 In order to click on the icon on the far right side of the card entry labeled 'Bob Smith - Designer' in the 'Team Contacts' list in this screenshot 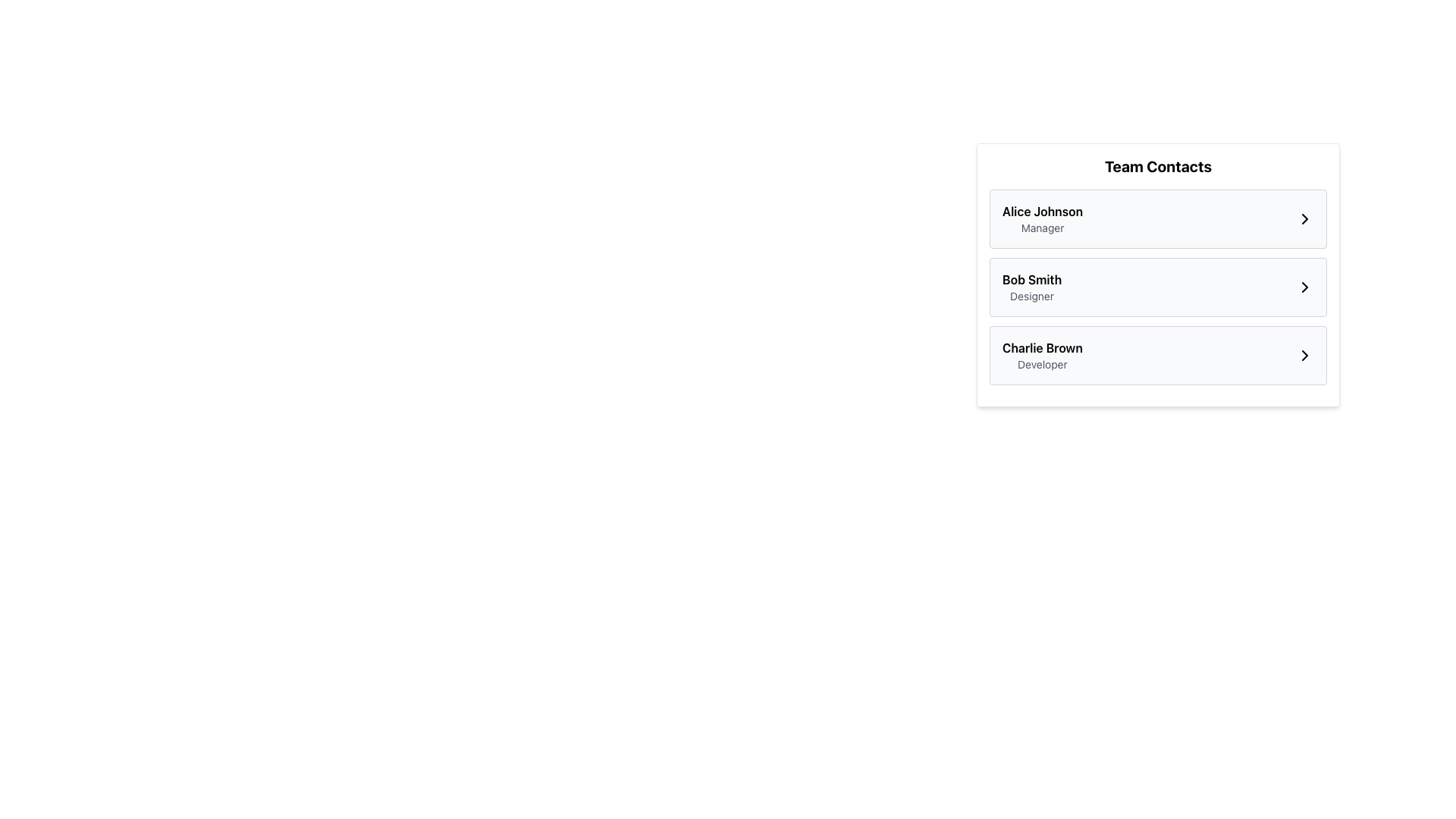, I will do `click(1304, 287)`.